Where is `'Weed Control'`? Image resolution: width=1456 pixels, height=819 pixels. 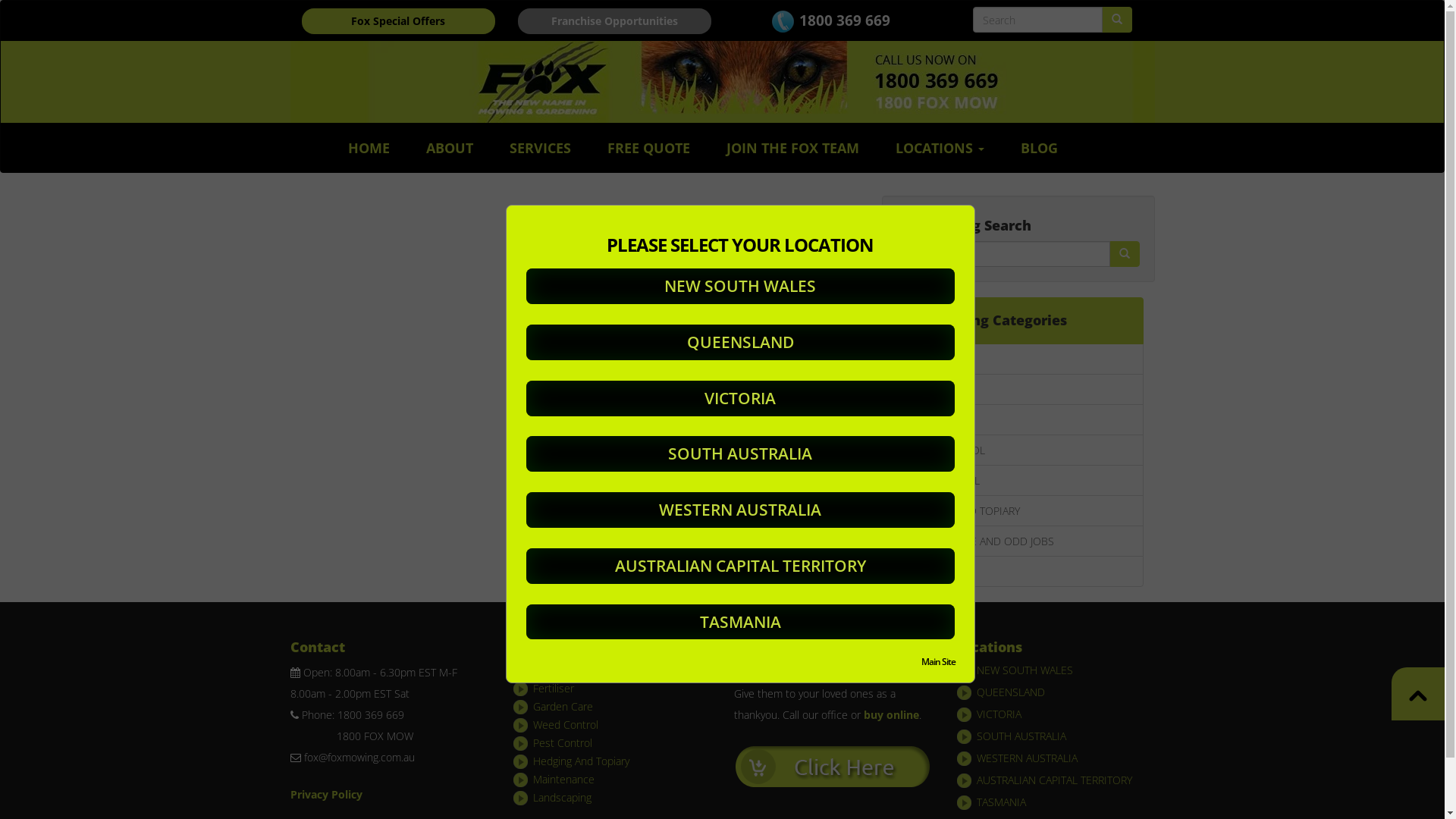
'Weed Control' is located at coordinates (564, 723).